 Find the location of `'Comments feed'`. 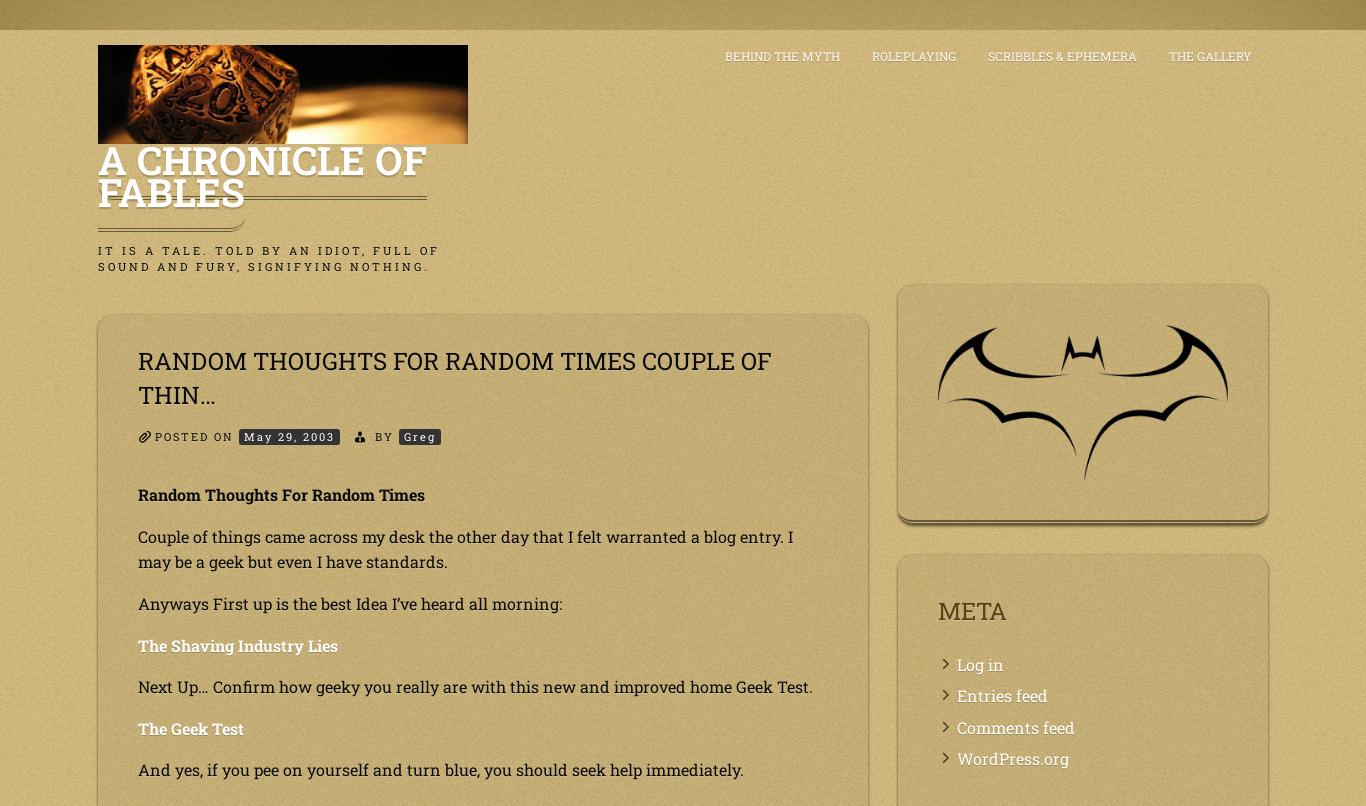

'Comments feed' is located at coordinates (1016, 726).